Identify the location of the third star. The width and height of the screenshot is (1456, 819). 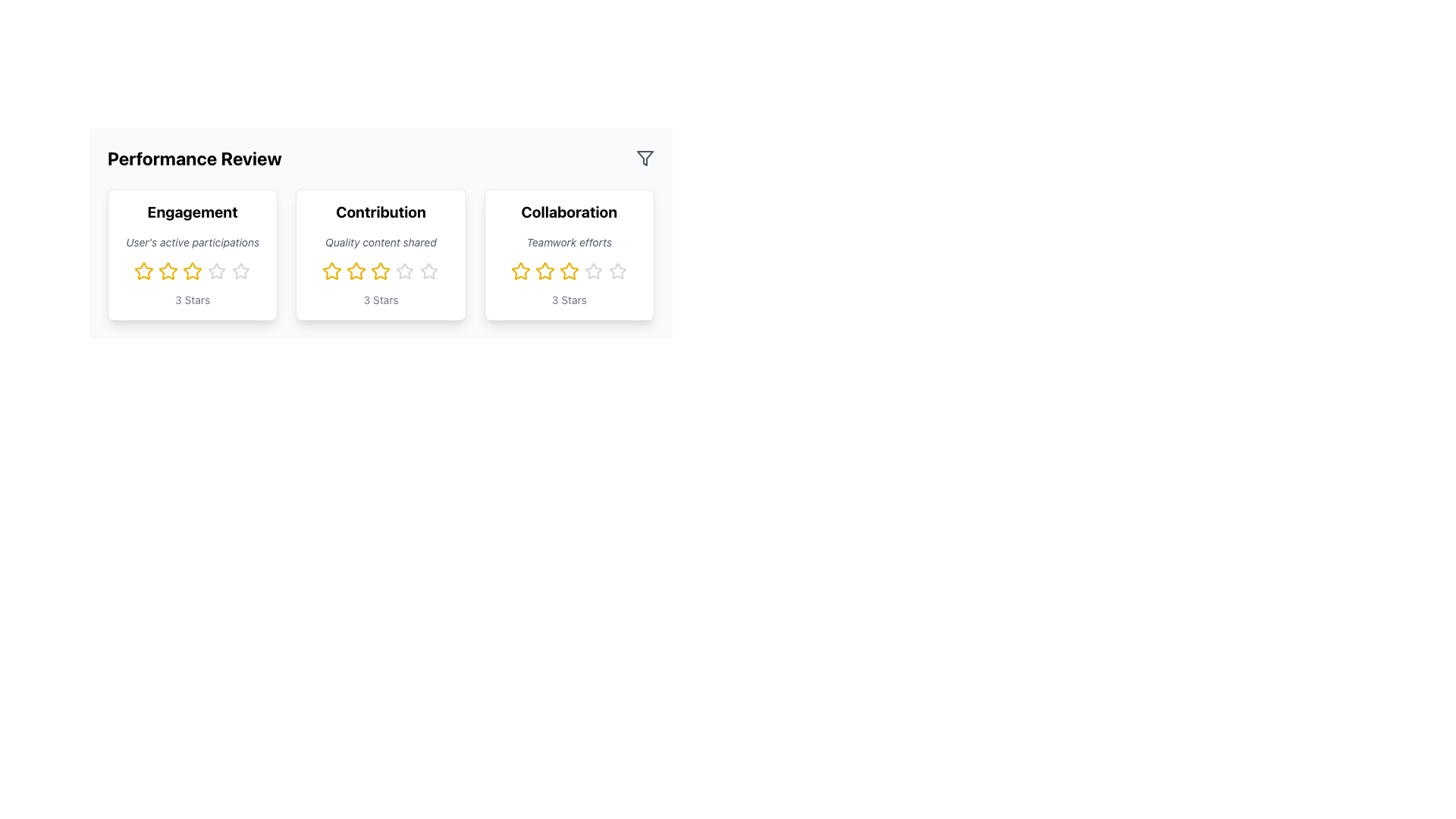
(356, 271).